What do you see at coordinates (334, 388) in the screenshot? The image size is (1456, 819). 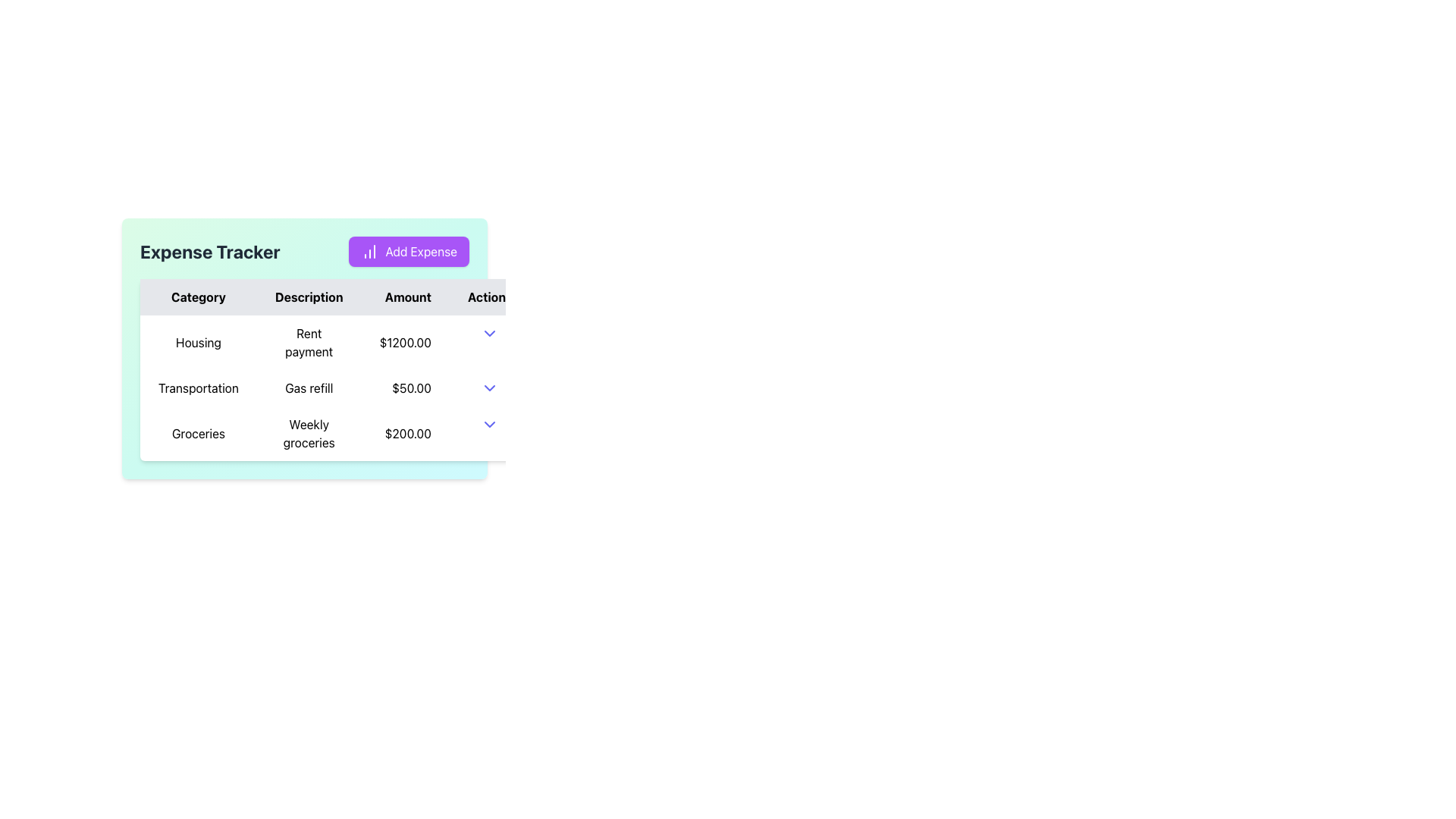 I see `the second data row in the expense tracker interface` at bounding box center [334, 388].